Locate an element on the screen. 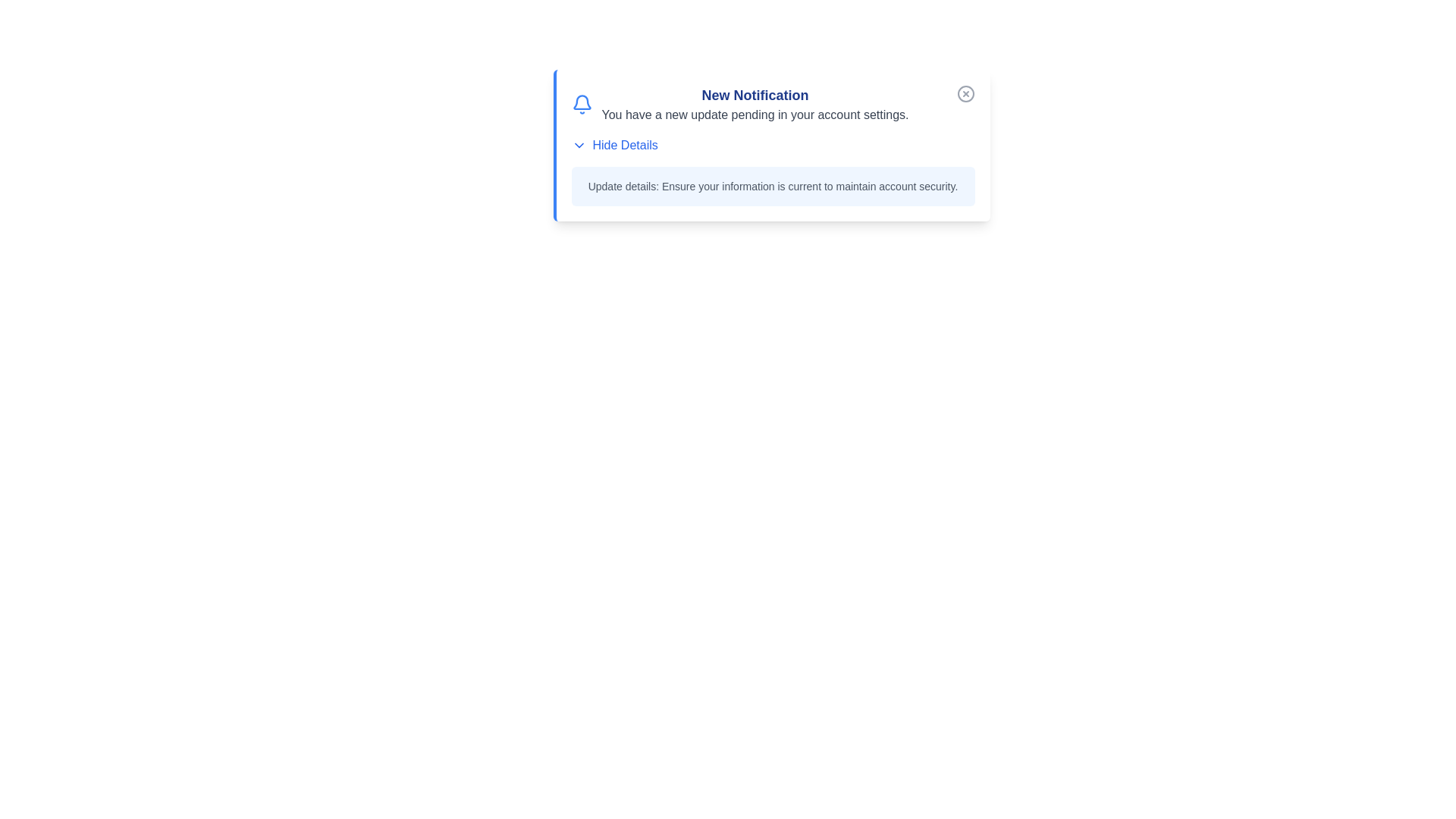 Image resolution: width=1456 pixels, height=819 pixels. the header text element reading 'New Notification', which is prominently styled in bold blue font at the top-left section of the notification box is located at coordinates (755, 96).